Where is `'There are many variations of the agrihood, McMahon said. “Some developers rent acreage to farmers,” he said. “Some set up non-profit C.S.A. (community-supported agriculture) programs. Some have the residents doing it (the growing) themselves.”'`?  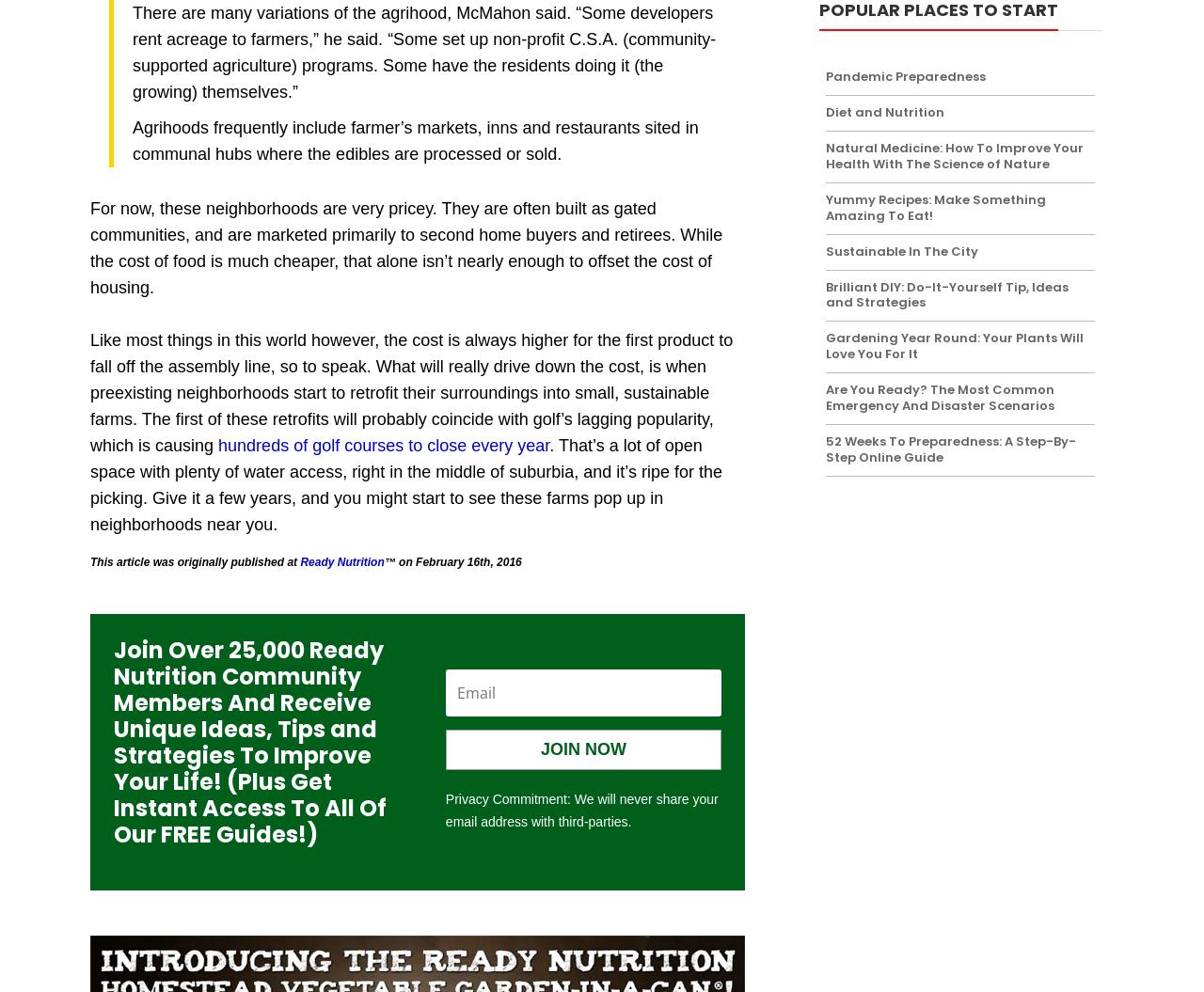
'There are many variations of the agrihood, McMahon said. “Some developers rent acreage to farmers,” he said. “Some set up non-profit C.S.A. (community-supported agriculture) programs. Some have the residents doing it (the growing) themselves.”' is located at coordinates (422, 53).